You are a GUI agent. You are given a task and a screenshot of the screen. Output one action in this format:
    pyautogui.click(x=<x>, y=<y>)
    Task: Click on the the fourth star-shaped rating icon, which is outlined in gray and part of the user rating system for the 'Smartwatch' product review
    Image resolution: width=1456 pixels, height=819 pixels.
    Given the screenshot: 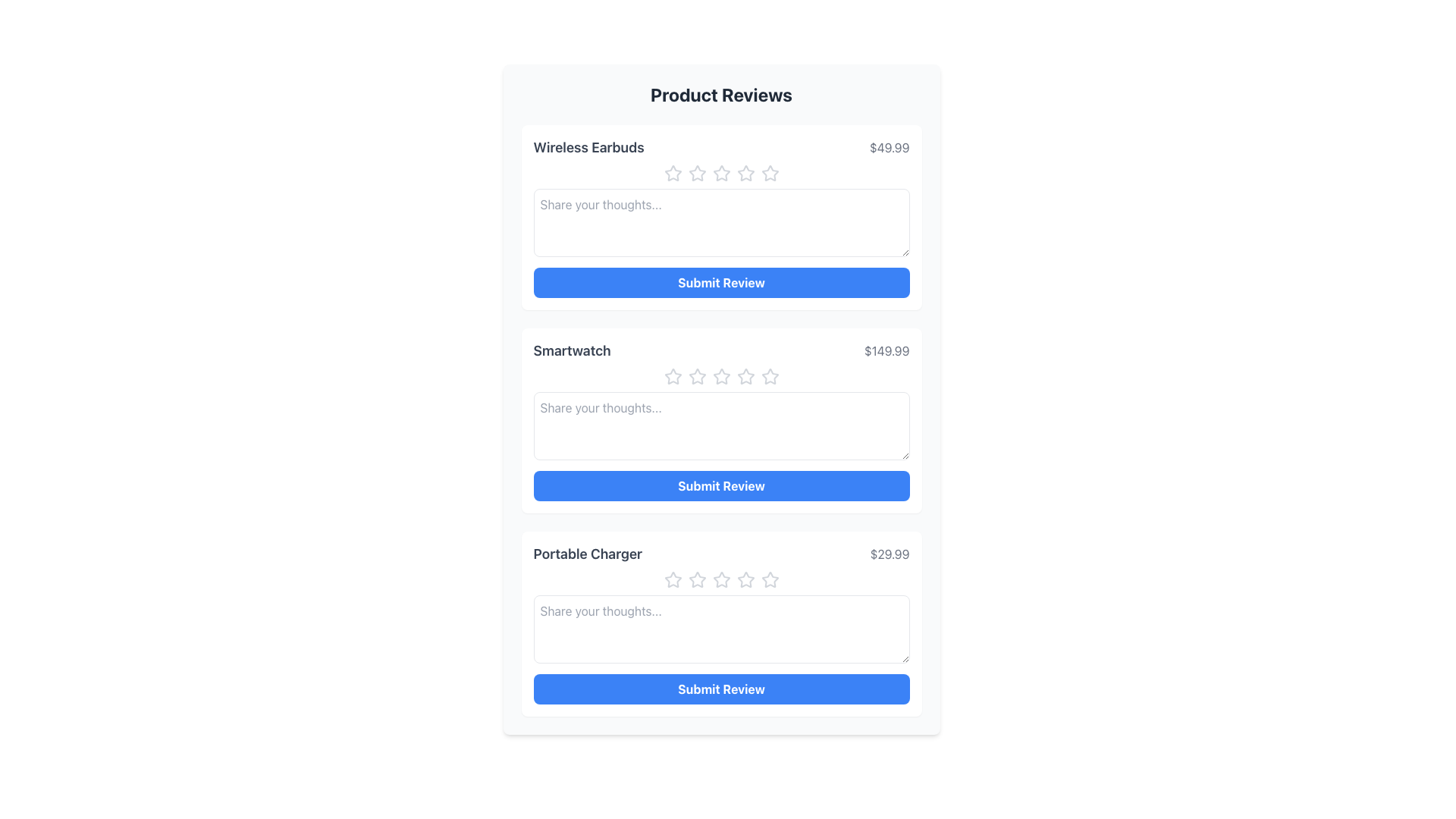 What is the action you would take?
    pyautogui.click(x=745, y=376)
    